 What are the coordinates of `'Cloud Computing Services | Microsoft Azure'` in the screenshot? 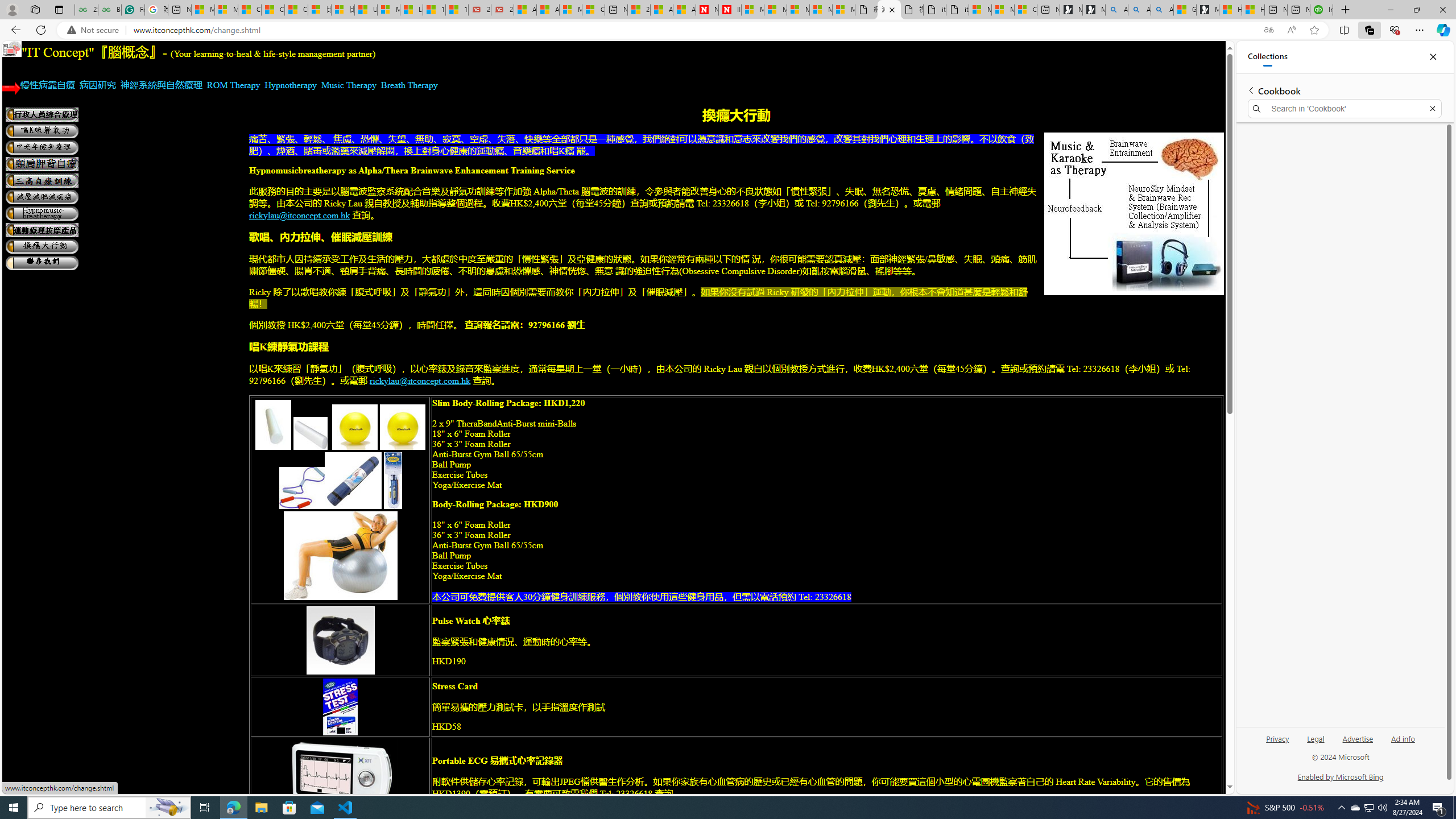 It's located at (593, 9).